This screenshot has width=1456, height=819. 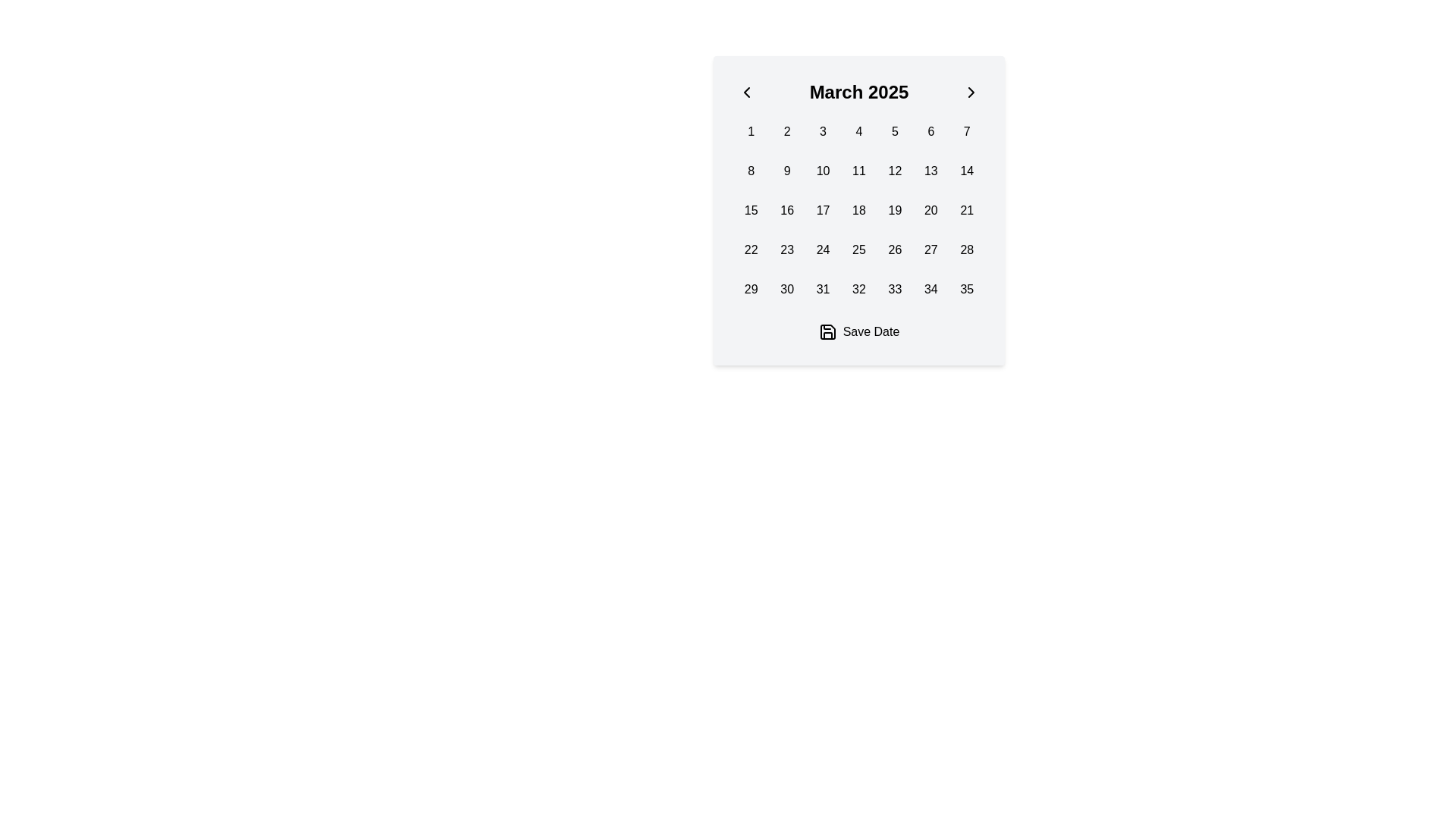 I want to click on the interactive date selection button representing the date '12' in the March 2025 calendar view, so click(x=895, y=171).